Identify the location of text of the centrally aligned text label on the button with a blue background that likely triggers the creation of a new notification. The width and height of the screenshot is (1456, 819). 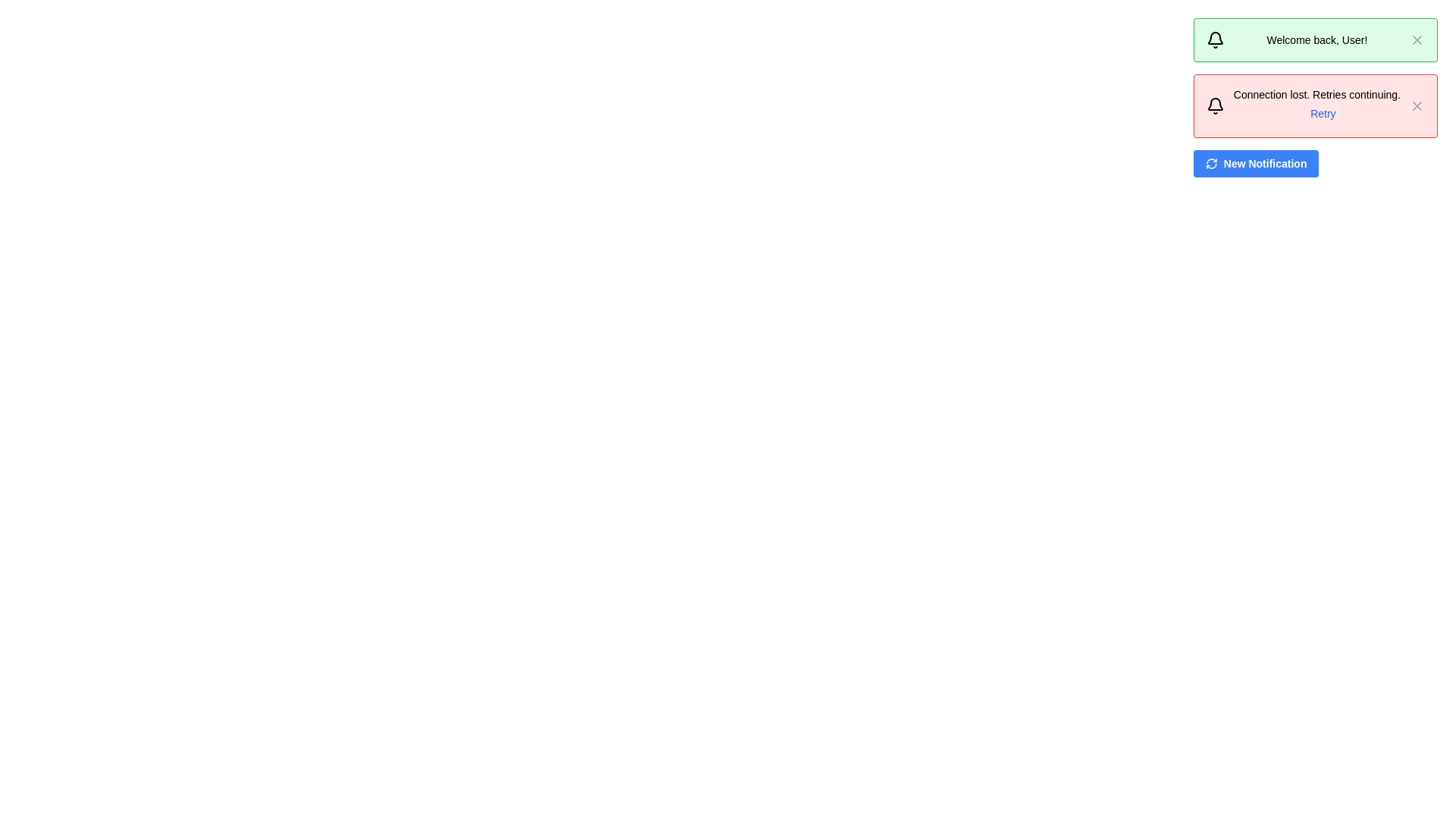
(1265, 164).